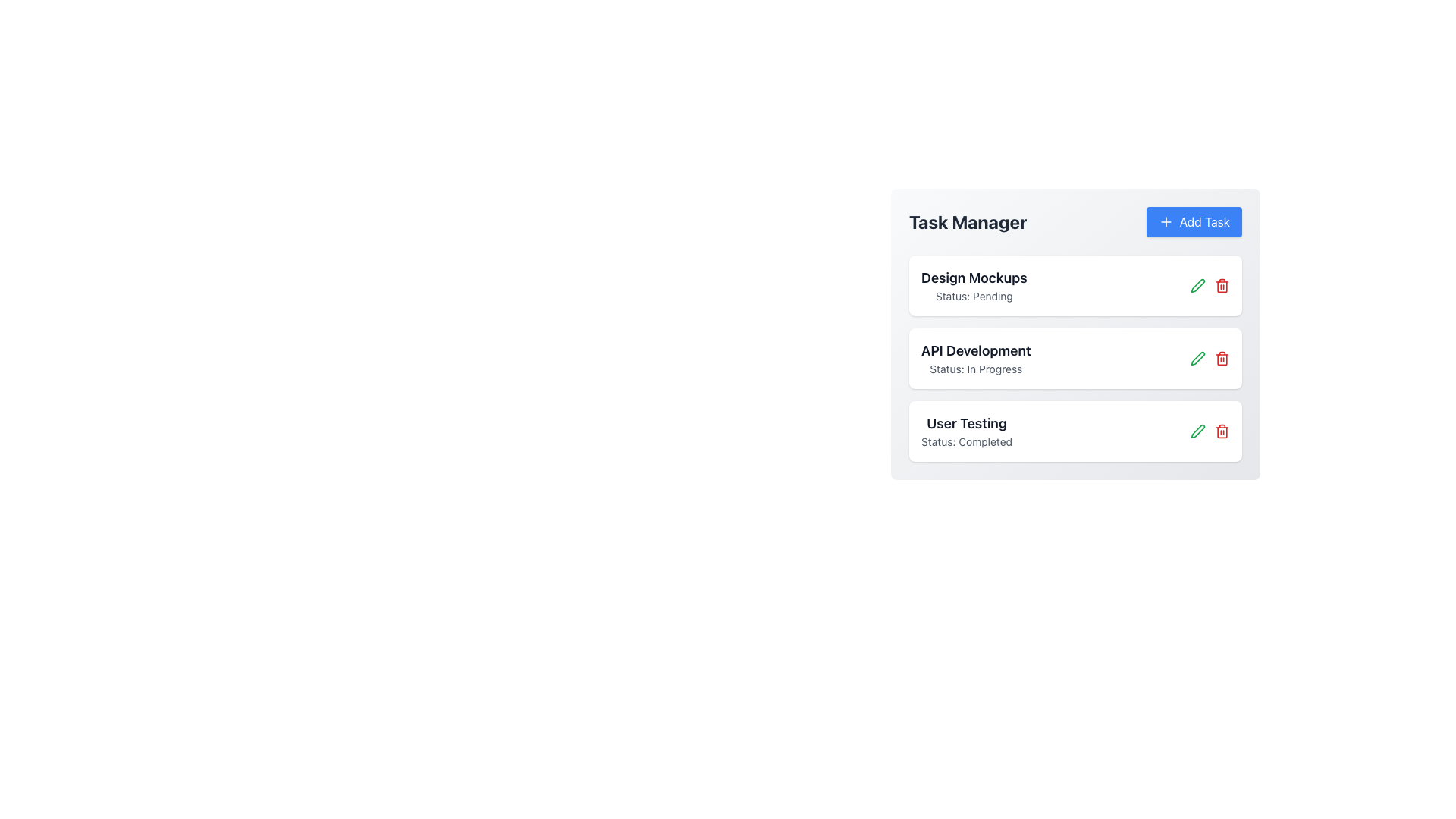 This screenshot has height=819, width=1456. Describe the element at coordinates (1197, 286) in the screenshot. I see `the green pen icon button, which is the first icon to the right of the 'API Development: Status: In Progress' entry` at that location.